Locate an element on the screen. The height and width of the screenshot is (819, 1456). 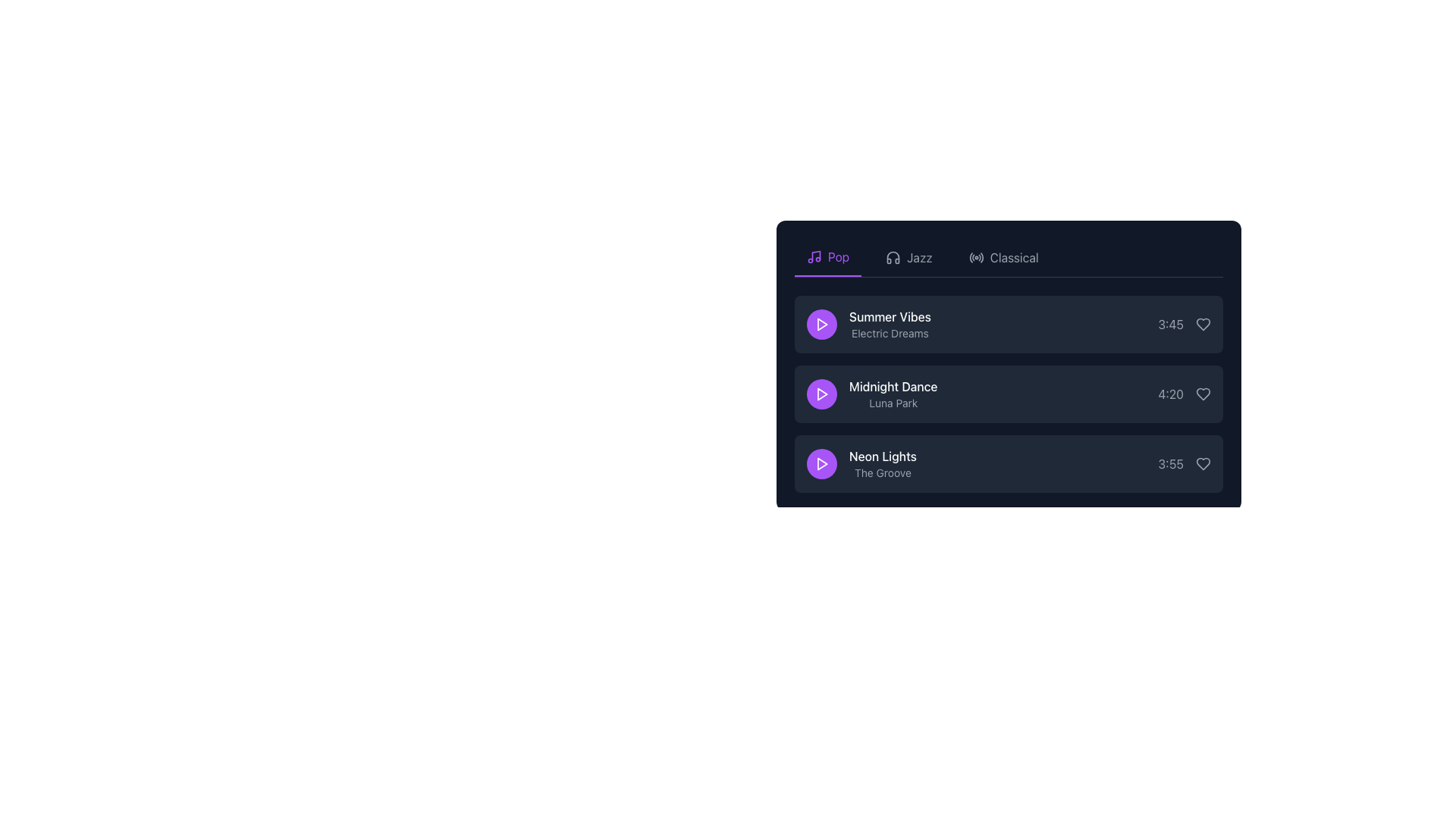
the play icon located within the purple rounded button in the list item containing the text 'Summer Vibes' and 'Electric Dreams' to initiate playback is located at coordinates (821, 324).